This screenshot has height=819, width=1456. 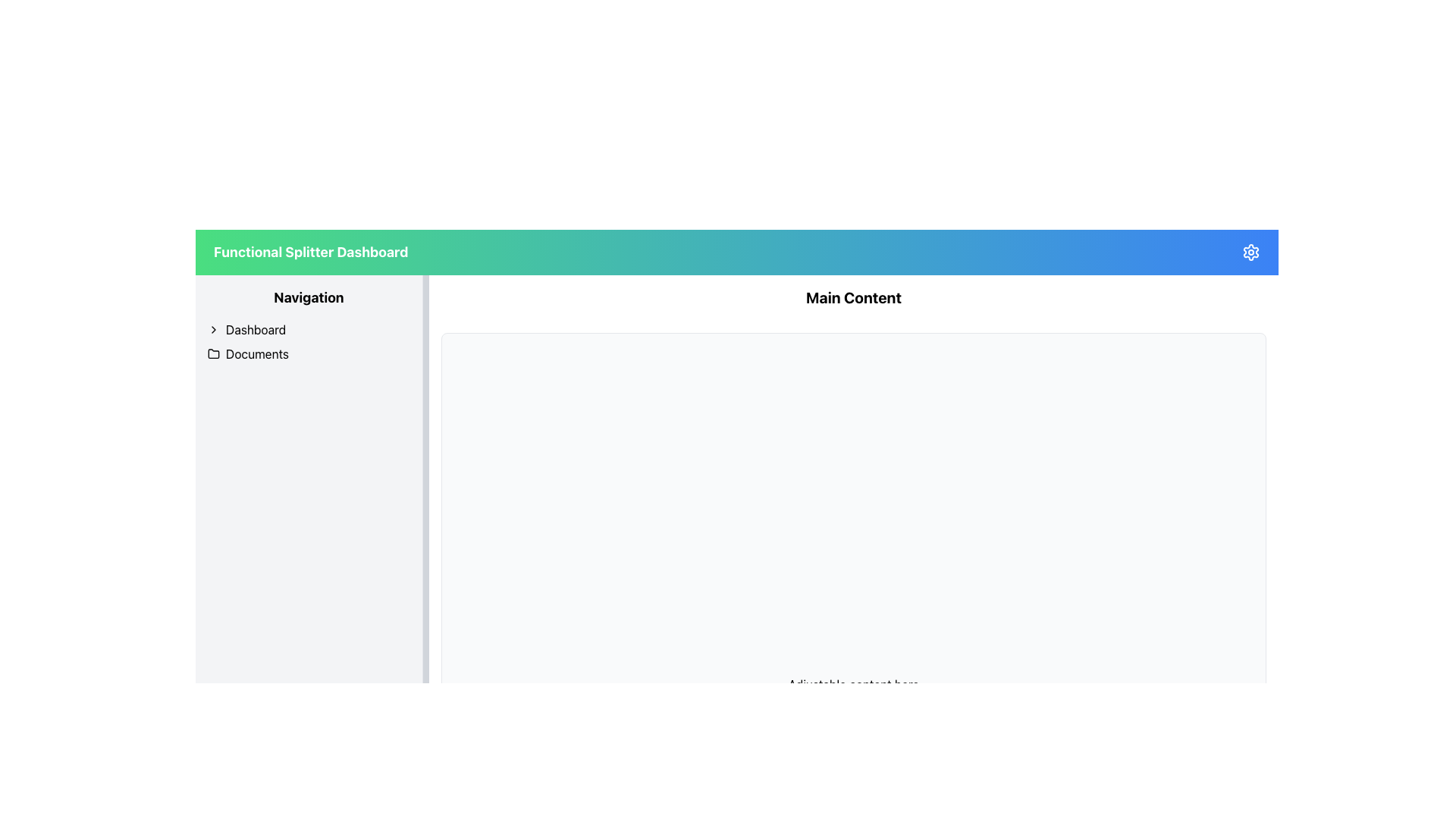 What do you see at coordinates (310, 251) in the screenshot?
I see `the Text Label that serves as a title indicating 'Functional Splitter Dashboard', located on the left side of the header bar` at bounding box center [310, 251].